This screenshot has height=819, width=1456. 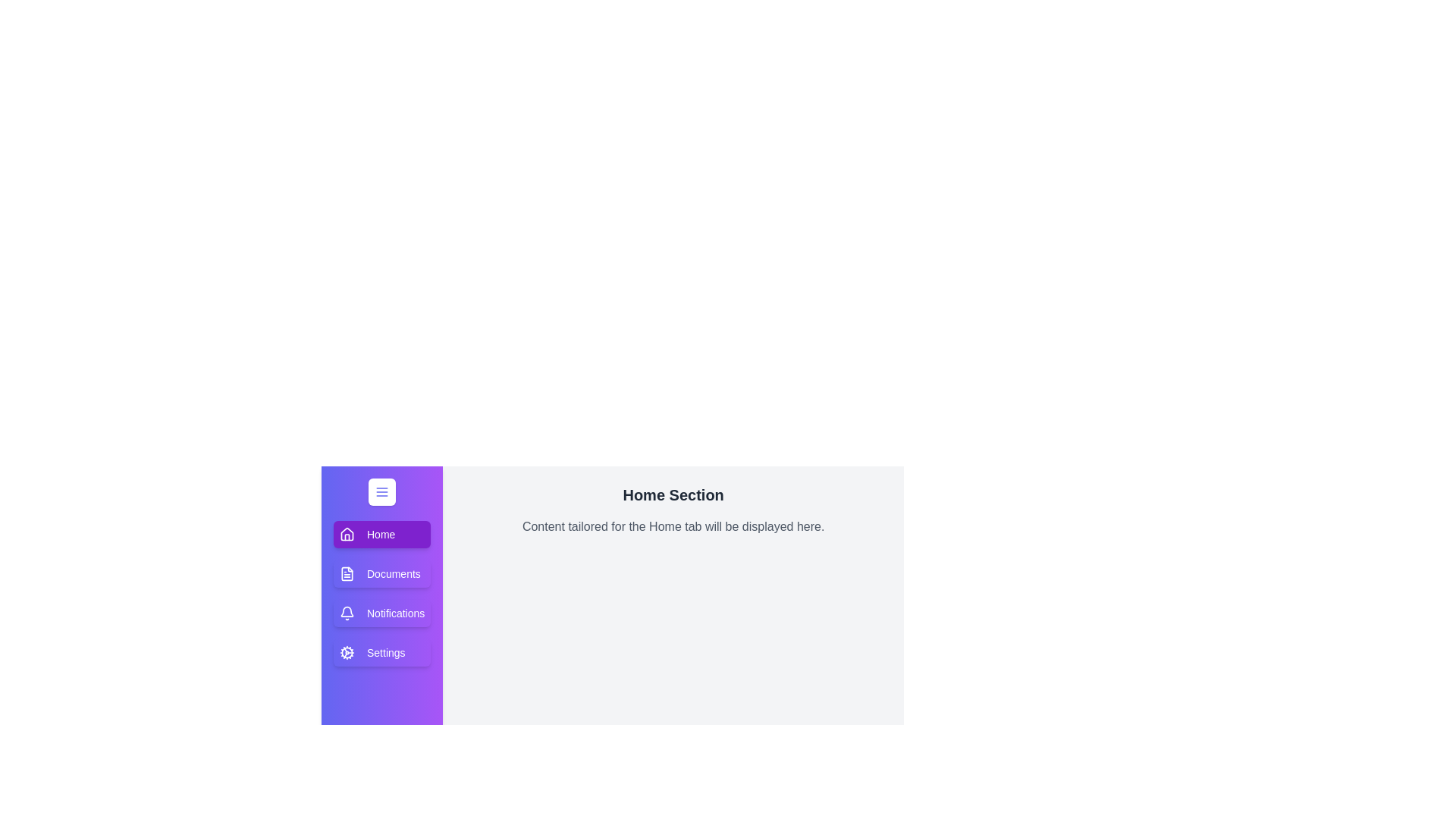 What do you see at coordinates (382, 534) in the screenshot?
I see `the tab labeled Home` at bounding box center [382, 534].